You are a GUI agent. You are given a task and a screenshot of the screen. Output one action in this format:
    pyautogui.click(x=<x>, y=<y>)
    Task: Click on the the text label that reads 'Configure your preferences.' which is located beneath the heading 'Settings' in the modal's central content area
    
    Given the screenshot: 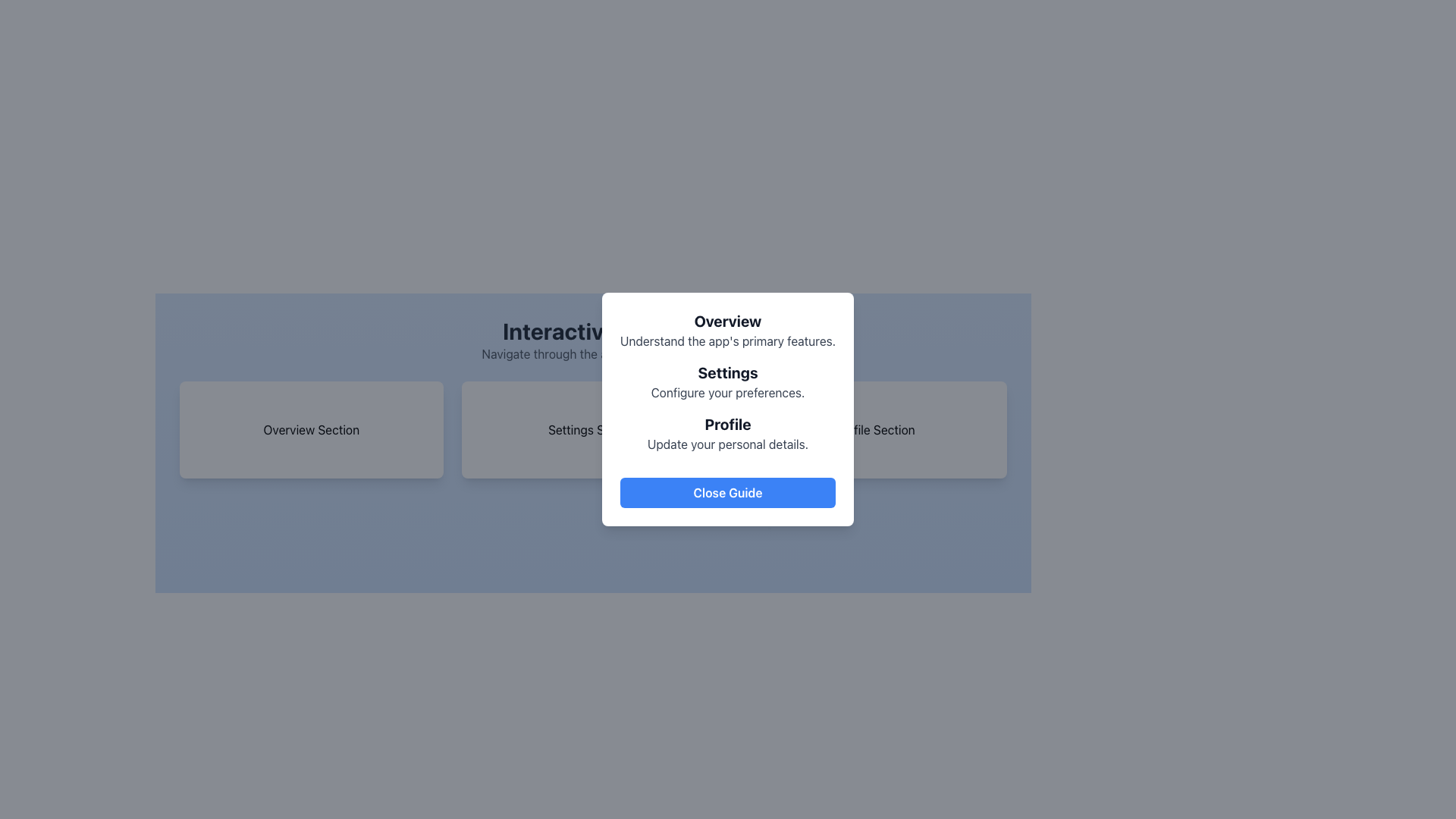 What is the action you would take?
    pyautogui.click(x=728, y=391)
    